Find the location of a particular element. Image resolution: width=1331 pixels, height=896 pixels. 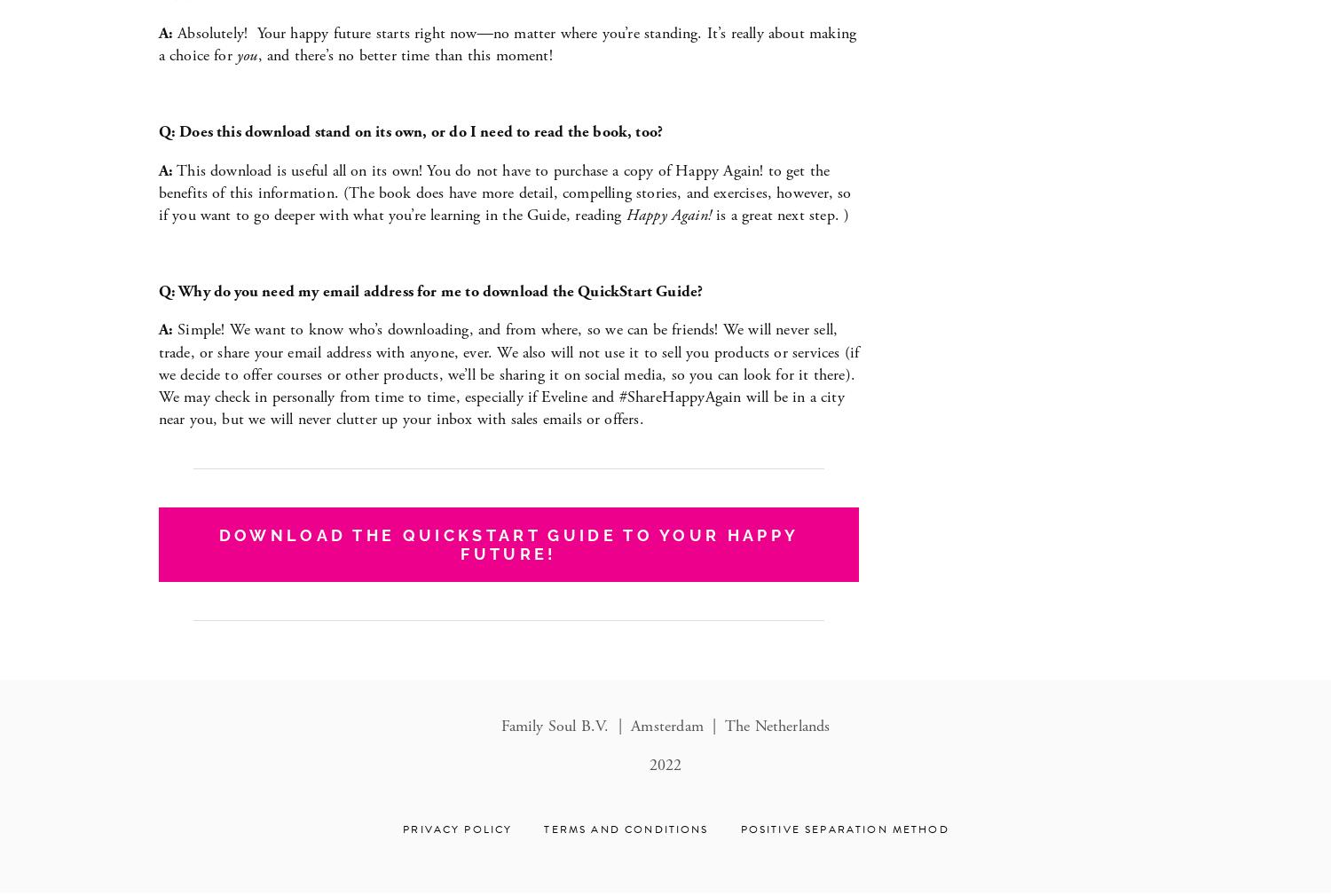

'TERMS AND CONDITIONS' is located at coordinates (625, 829).